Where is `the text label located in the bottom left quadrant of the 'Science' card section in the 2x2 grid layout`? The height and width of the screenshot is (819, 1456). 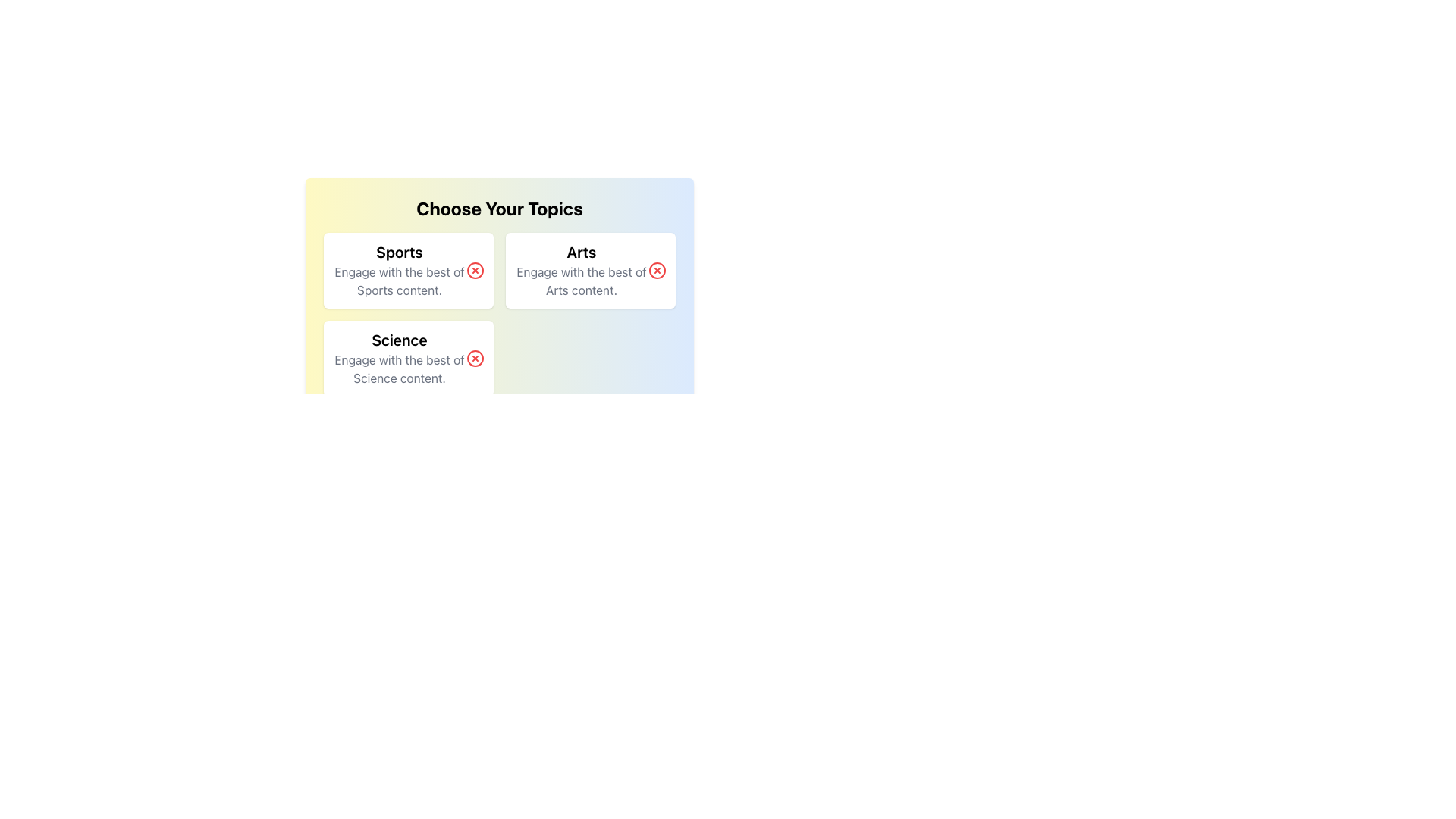
the text label located in the bottom left quadrant of the 'Science' card section in the 2x2 grid layout is located at coordinates (400, 369).